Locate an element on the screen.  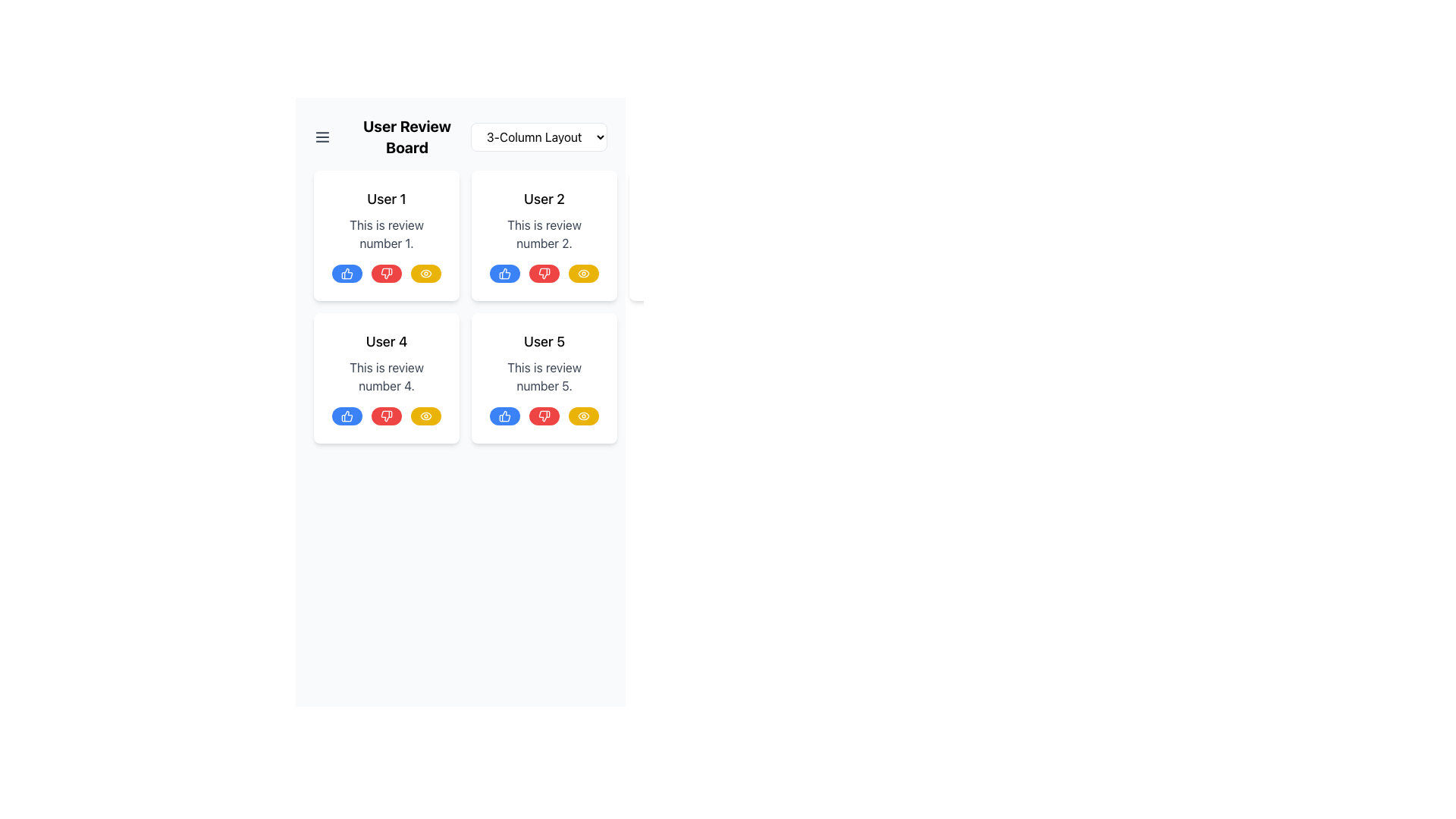
the 'like' or 'upvote' button located at the bottom of the 'User 4' review card is located at coordinates (346, 416).